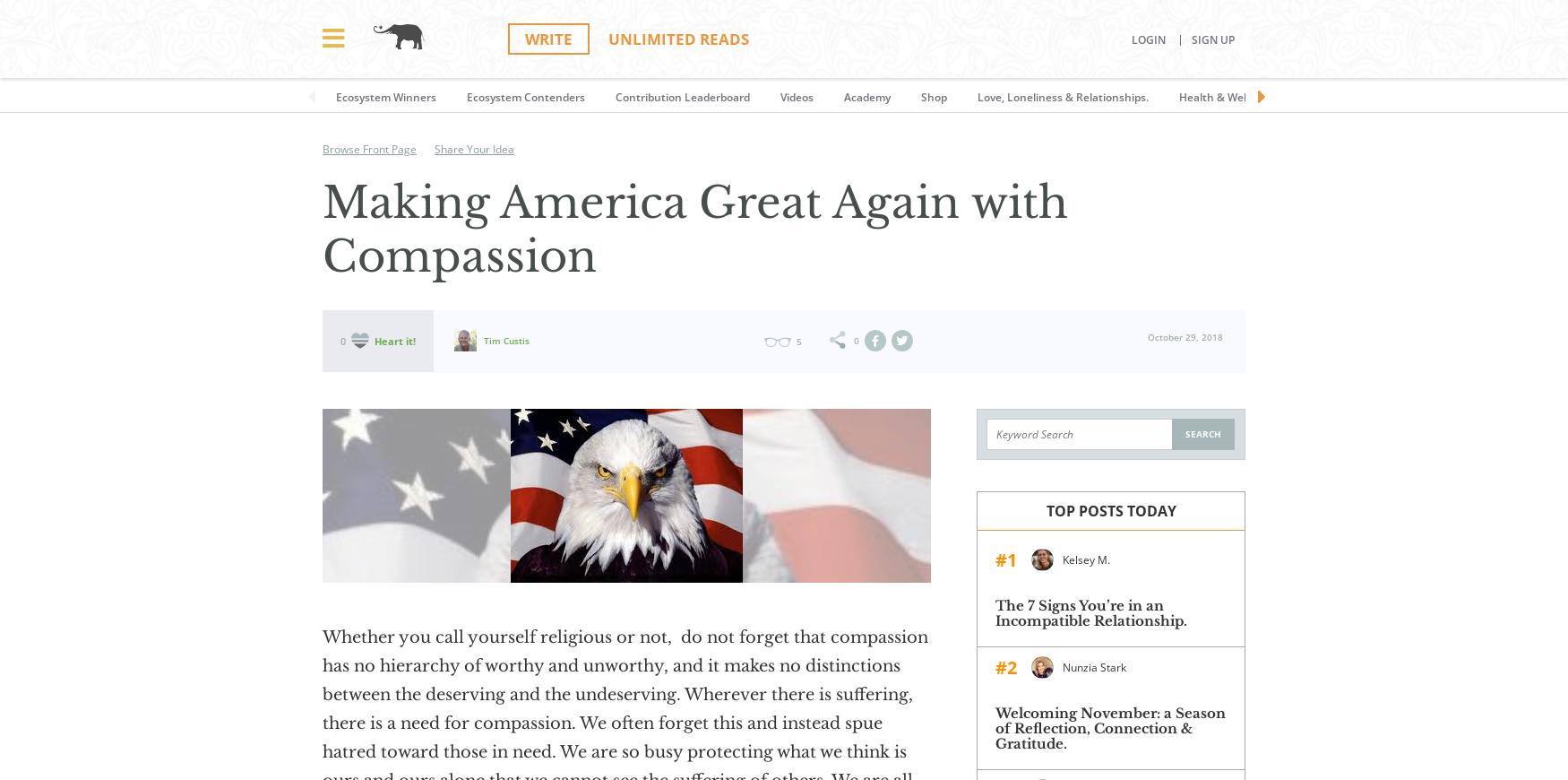 The image size is (1568, 780). Describe the element at coordinates (797, 341) in the screenshot. I see `'5'` at that location.